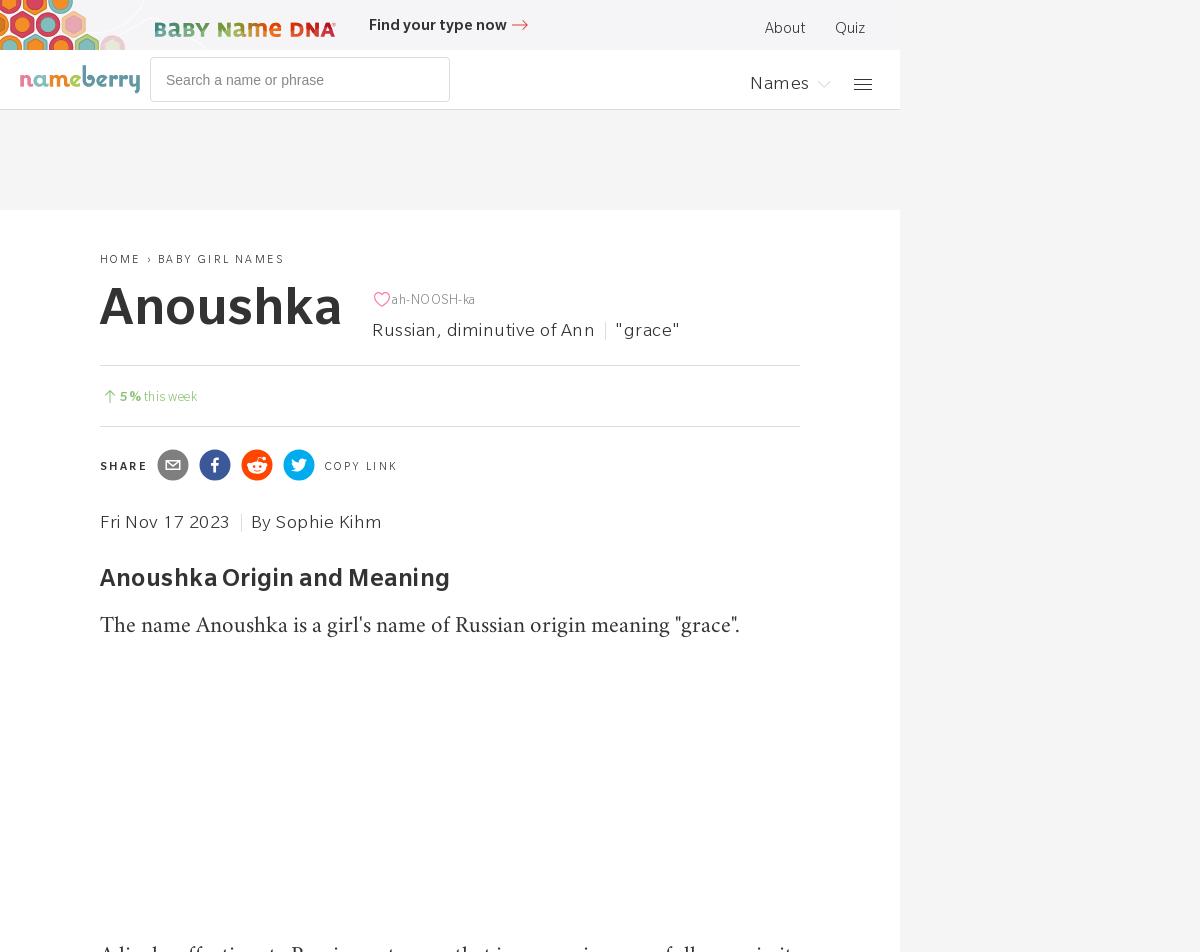  I want to click on 'Copy link', so click(361, 466).